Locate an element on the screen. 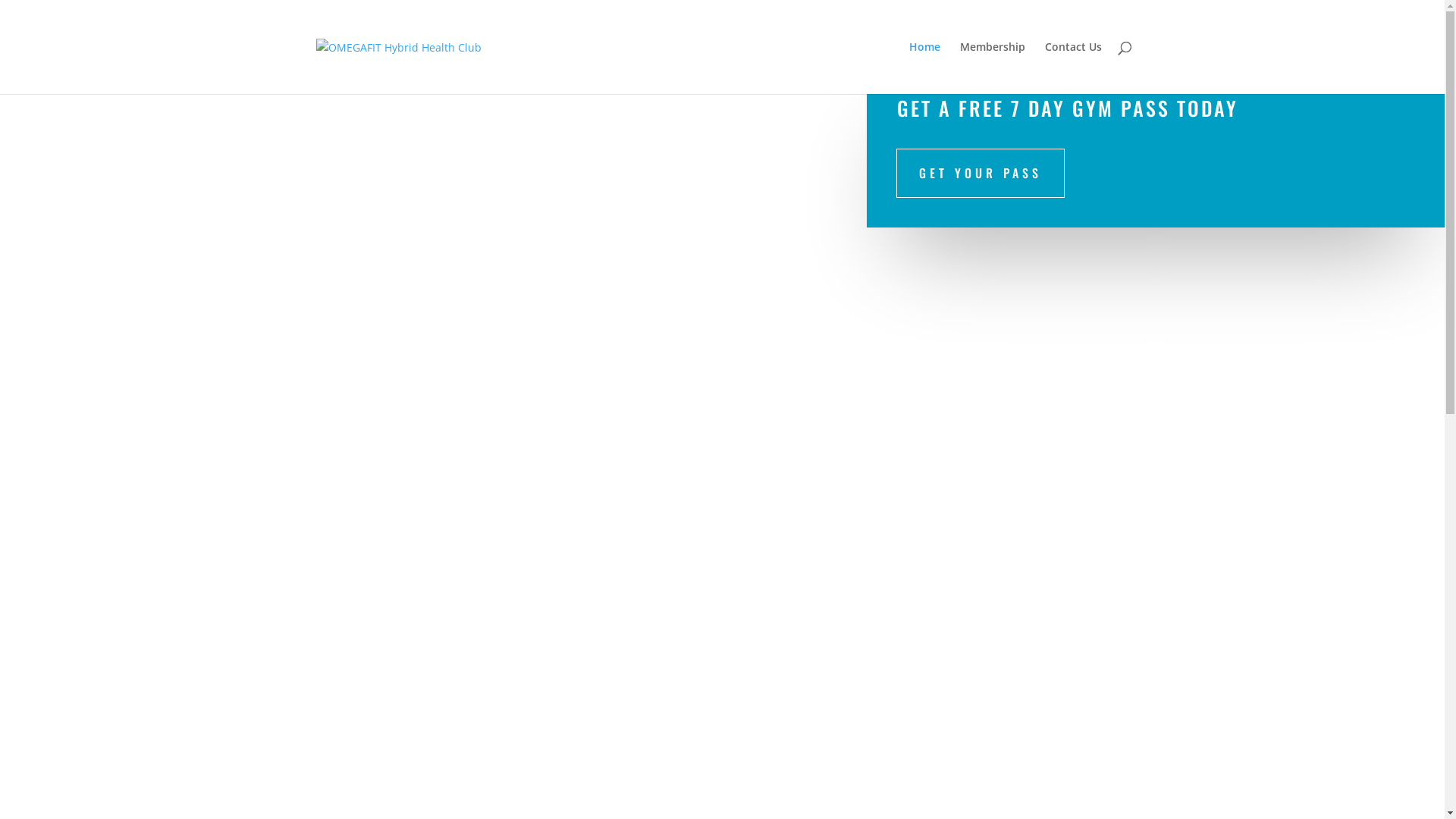  'Membership' is located at coordinates (993, 67).